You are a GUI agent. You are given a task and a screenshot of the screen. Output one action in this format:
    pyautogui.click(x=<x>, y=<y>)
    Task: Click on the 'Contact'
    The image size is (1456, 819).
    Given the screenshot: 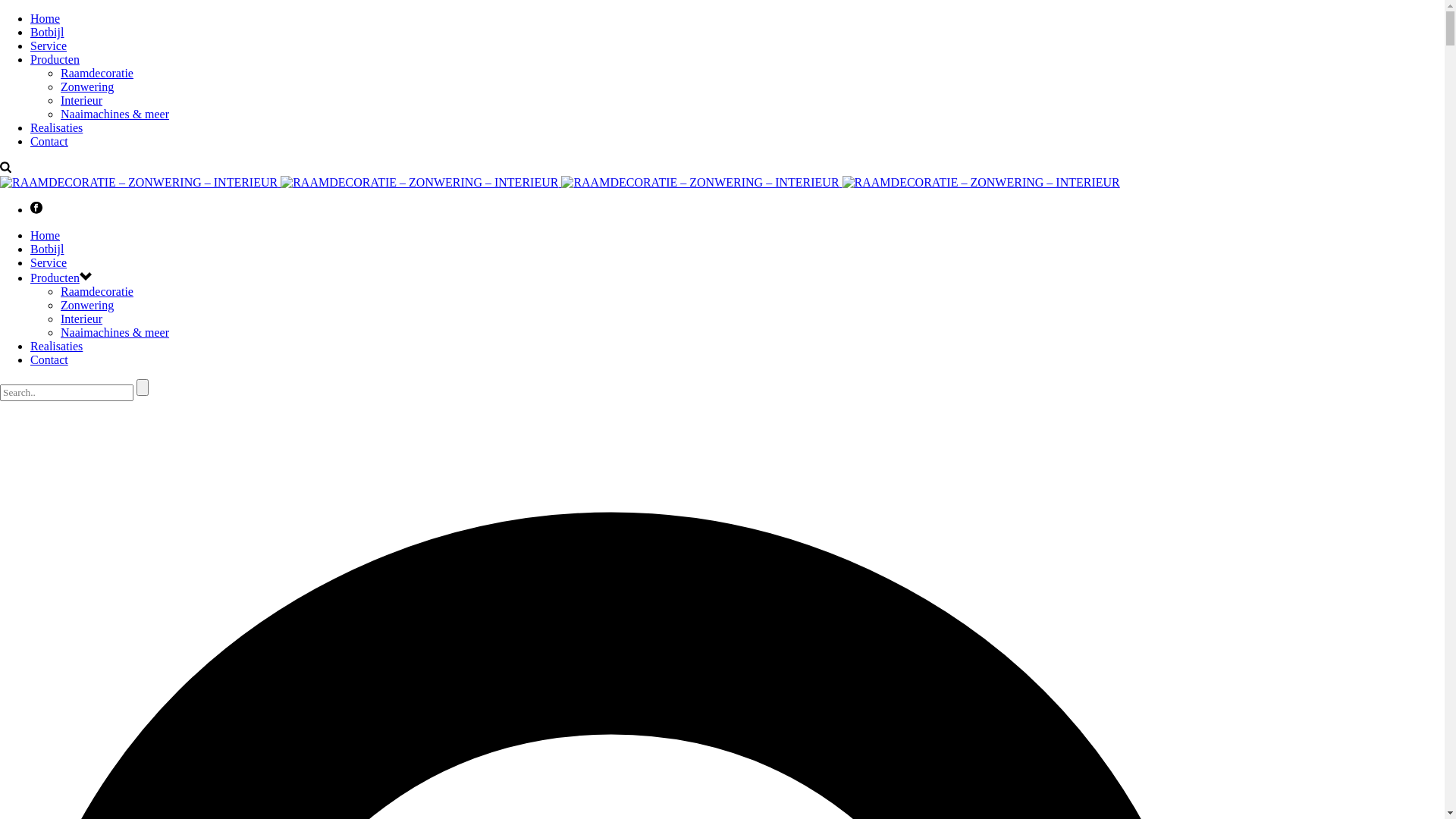 What is the action you would take?
    pyautogui.click(x=49, y=359)
    